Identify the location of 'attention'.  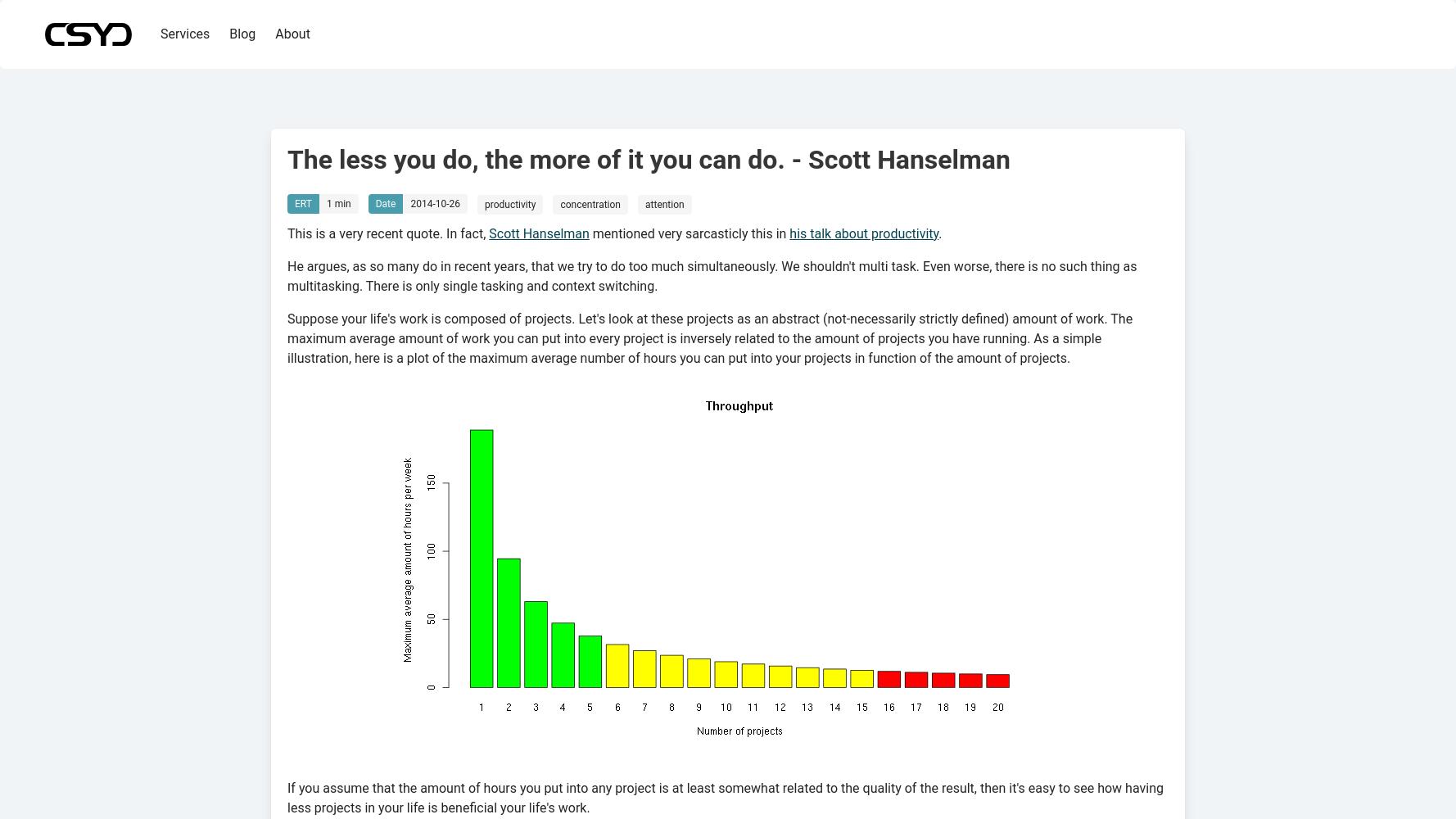
(664, 205).